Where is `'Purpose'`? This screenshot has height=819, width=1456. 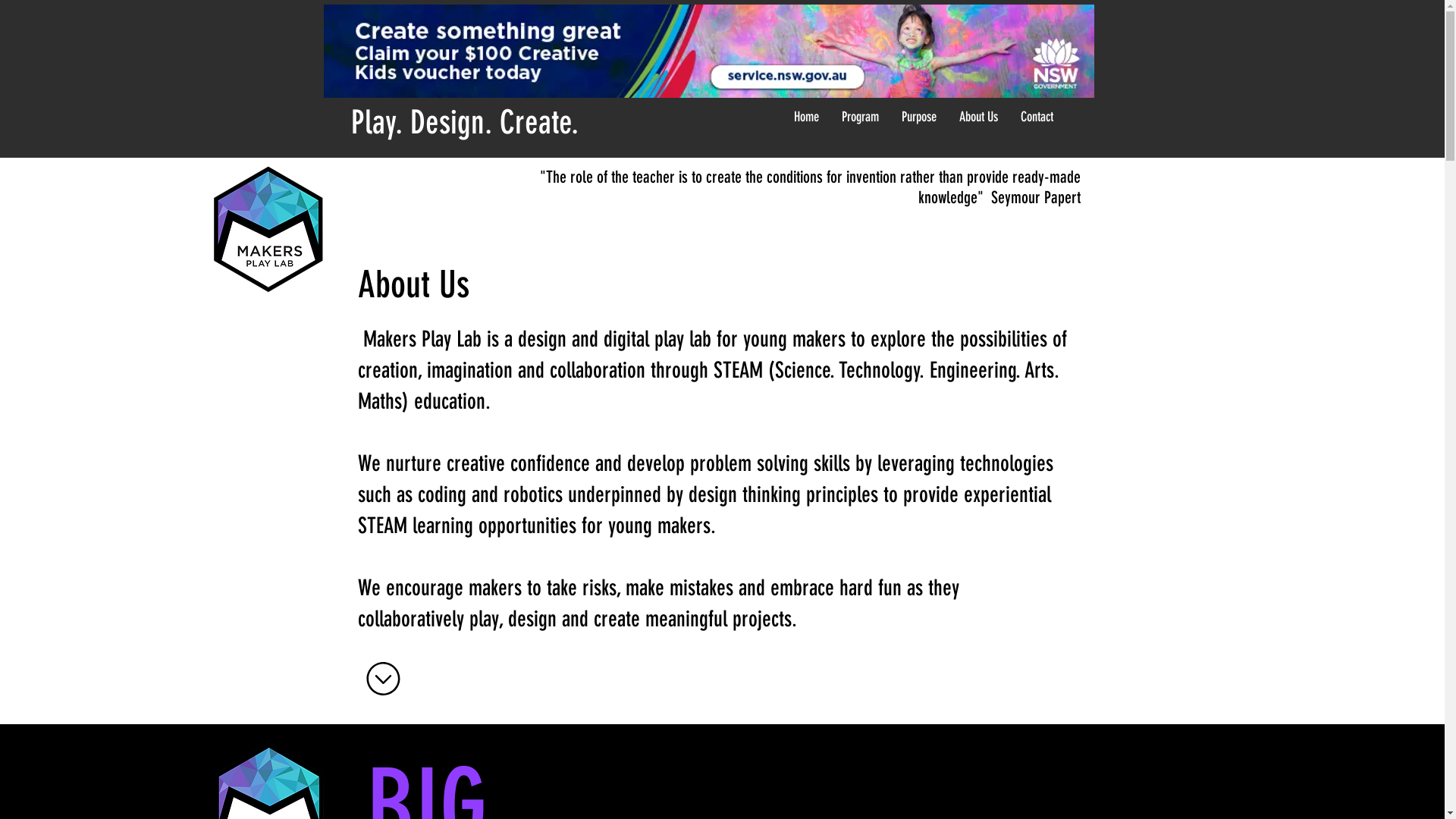
'Purpose' is located at coordinates (918, 116).